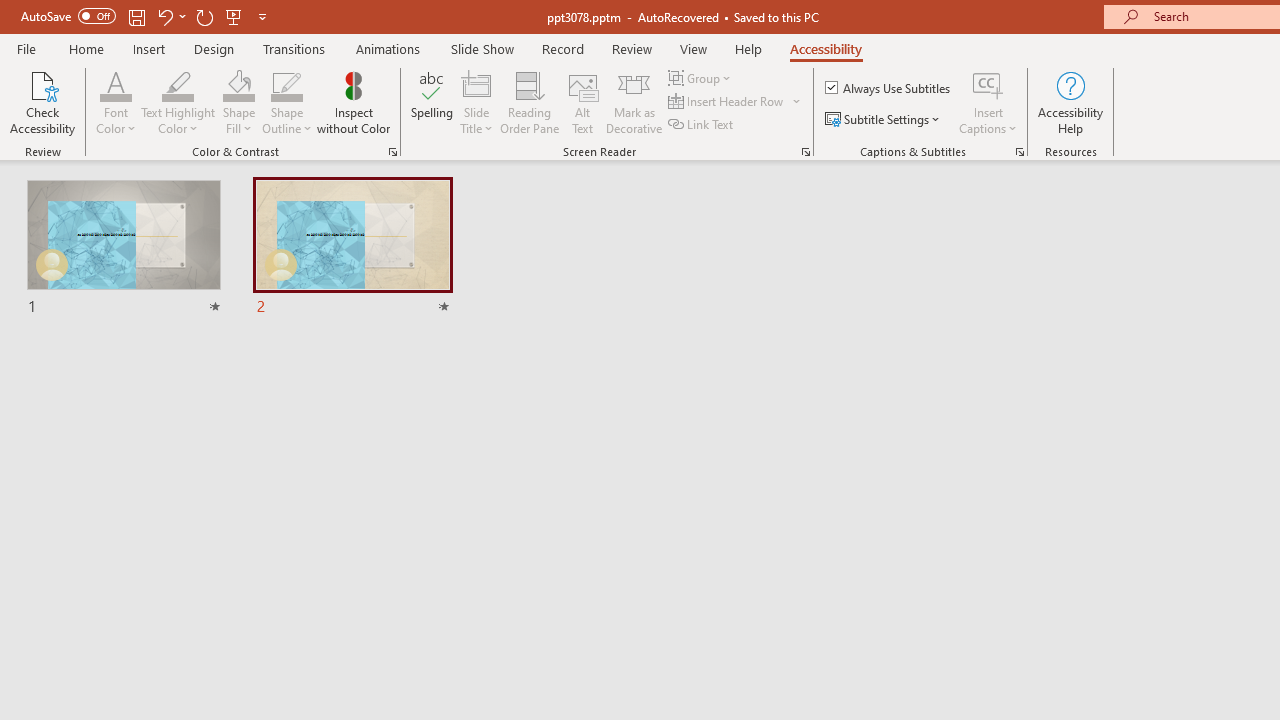 Image resolution: width=1280 pixels, height=720 pixels. I want to click on 'Link Text', so click(702, 124).